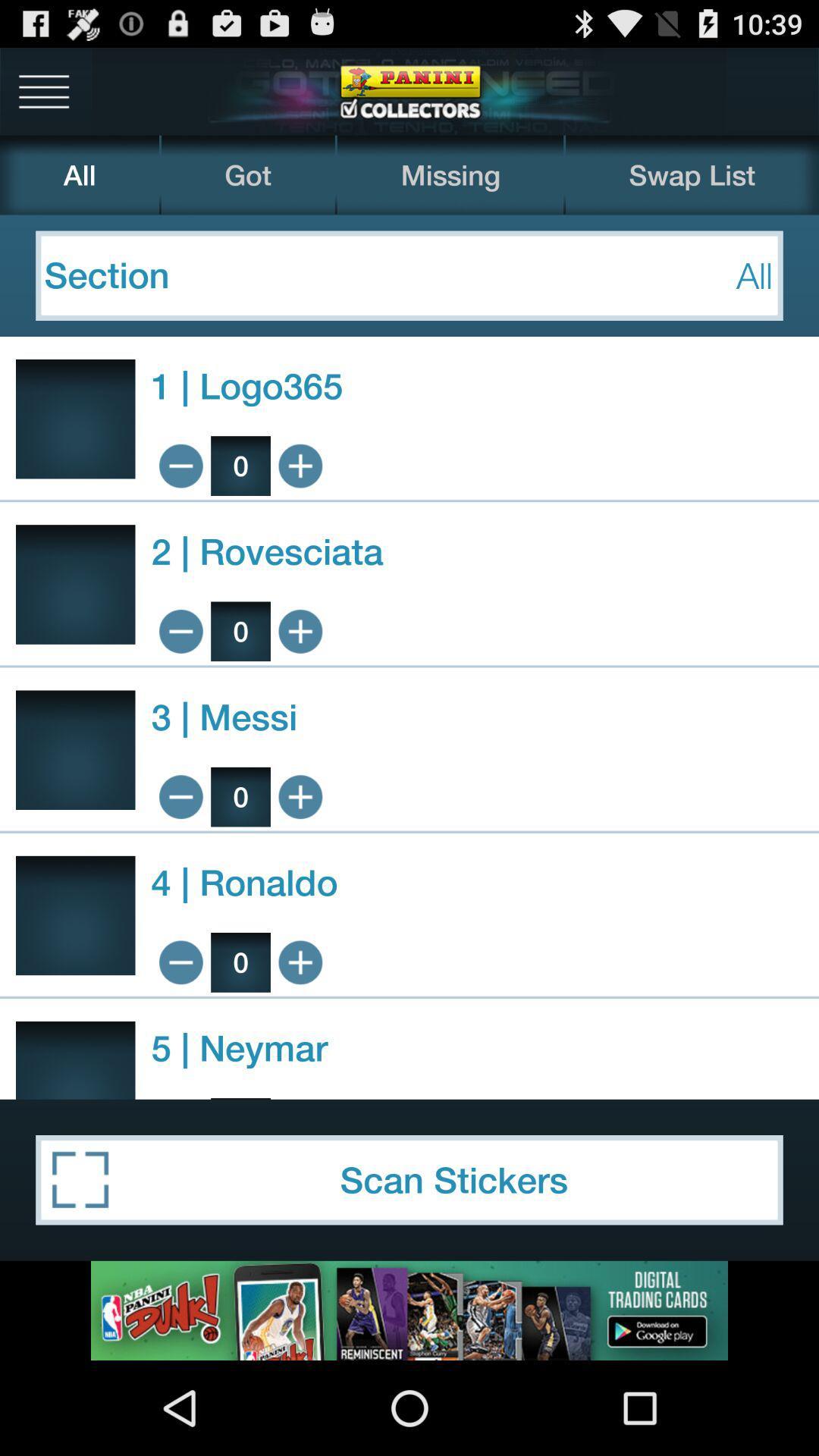 This screenshot has height=1456, width=819. What do you see at coordinates (43, 90) in the screenshot?
I see `more settings` at bounding box center [43, 90].